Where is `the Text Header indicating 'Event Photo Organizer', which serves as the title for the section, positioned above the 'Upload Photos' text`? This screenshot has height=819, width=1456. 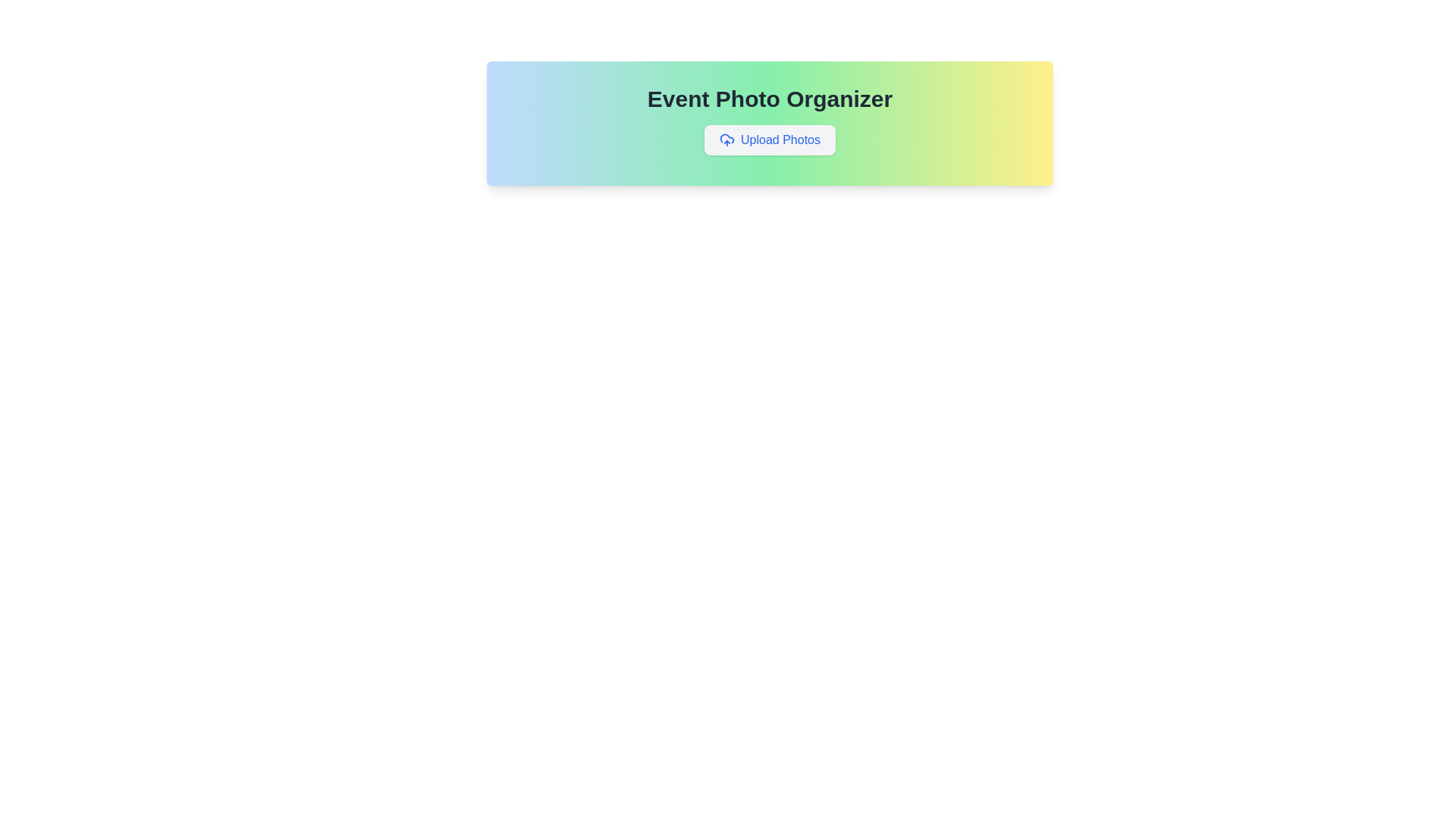
the Text Header indicating 'Event Photo Organizer', which serves as the title for the section, positioned above the 'Upload Photos' text is located at coordinates (770, 99).